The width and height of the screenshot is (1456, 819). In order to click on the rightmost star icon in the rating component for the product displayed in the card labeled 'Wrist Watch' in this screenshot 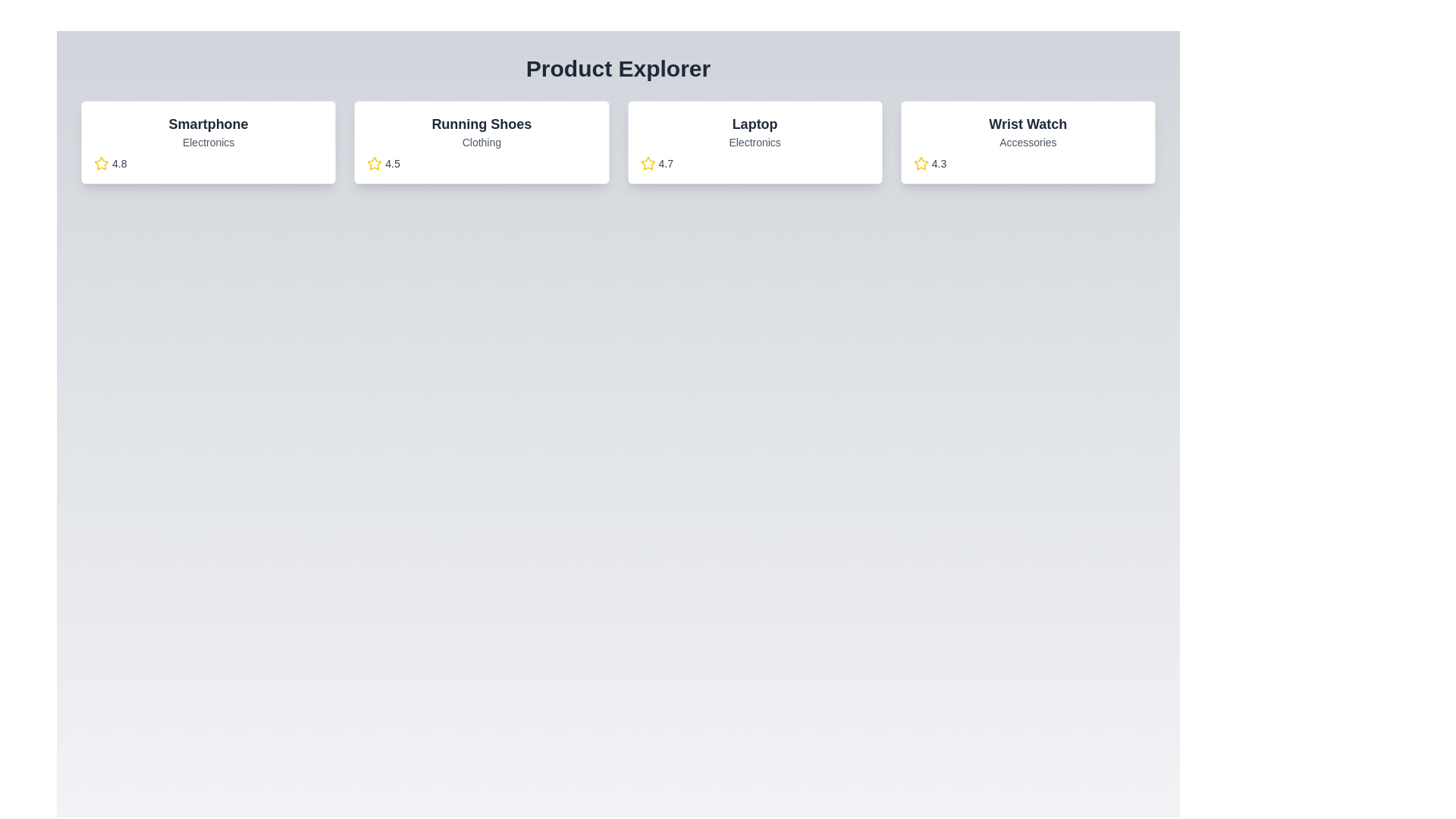, I will do `click(920, 163)`.